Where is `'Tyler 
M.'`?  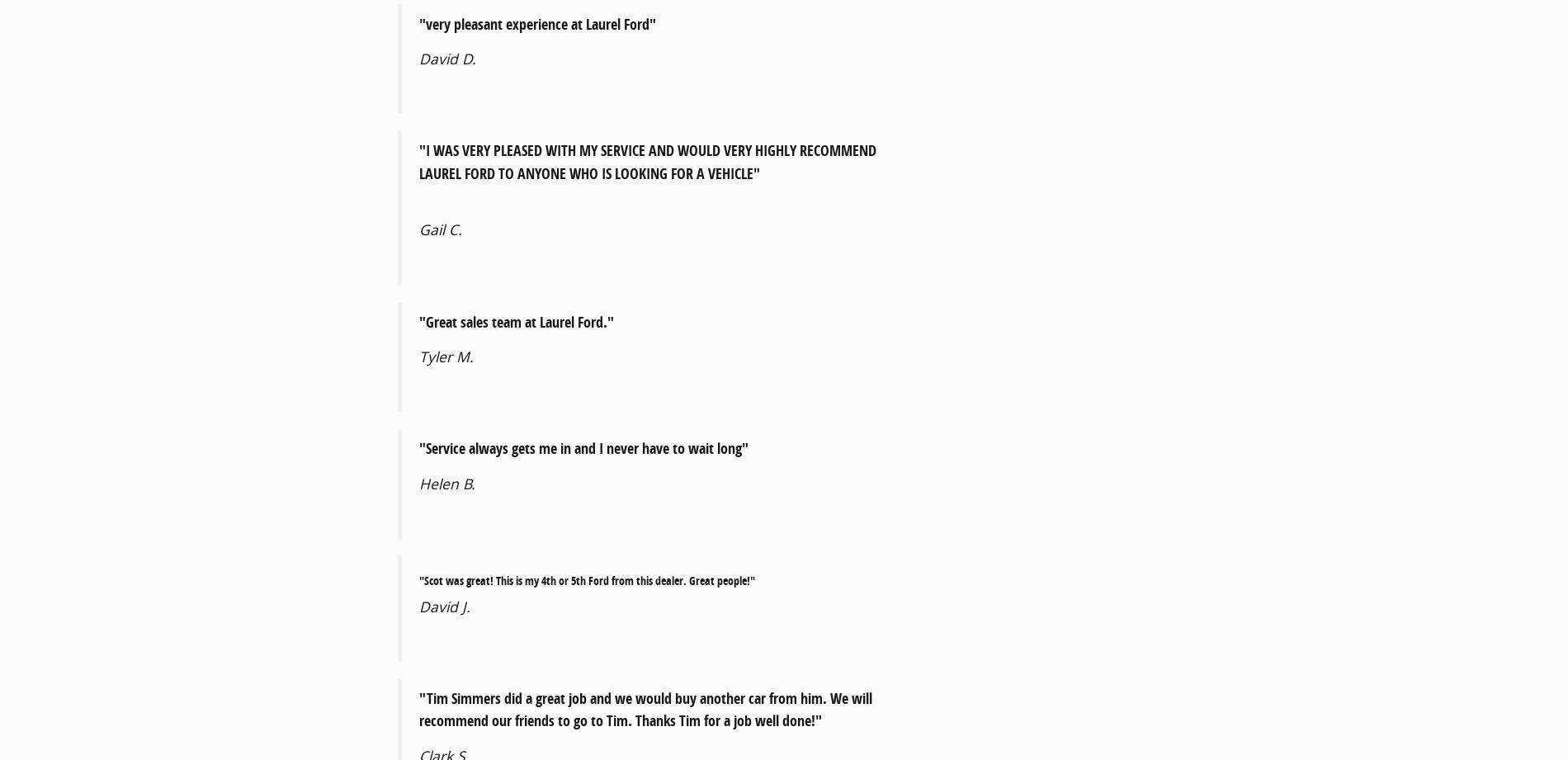
'Tyler 
M.' is located at coordinates (446, 356).